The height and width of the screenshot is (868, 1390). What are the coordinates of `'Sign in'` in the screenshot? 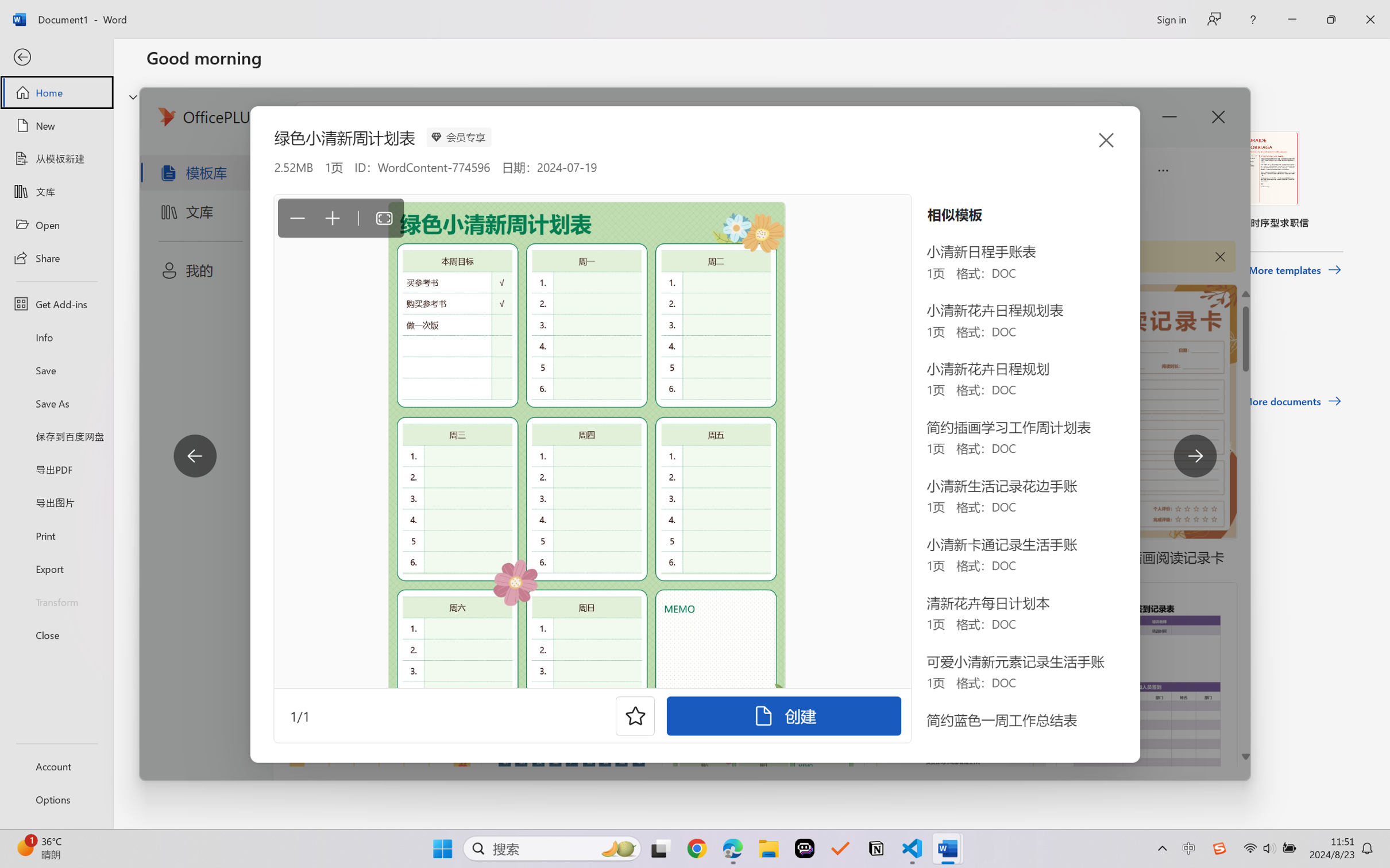 It's located at (1170, 19).